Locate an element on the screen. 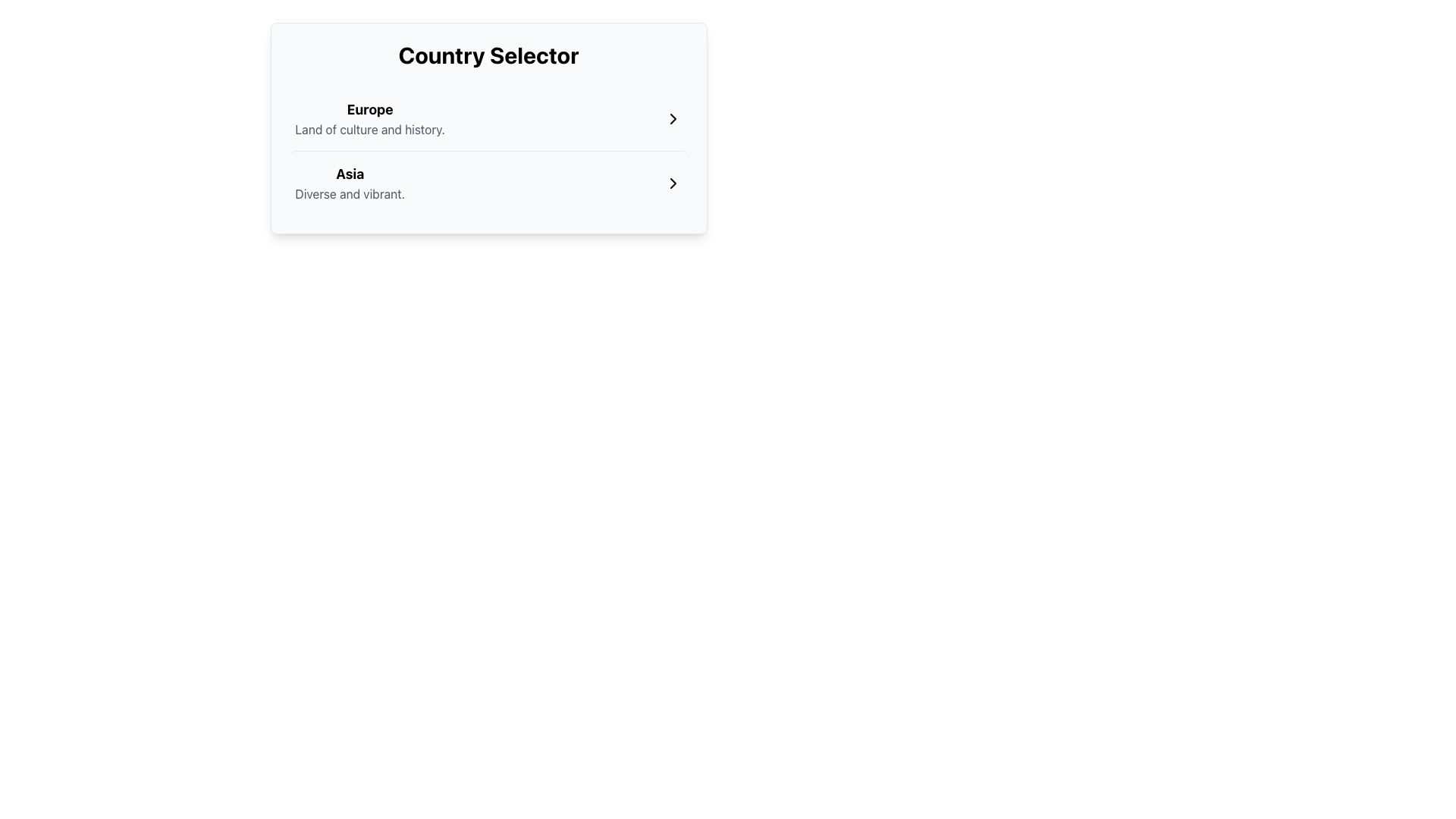 This screenshot has width=1456, height=819. the text label reading 'Diverse and vibrant.' which is styled in gray and positioned below 'Asia' in the 'Country Selector' section is located at coordinates (349, 193).